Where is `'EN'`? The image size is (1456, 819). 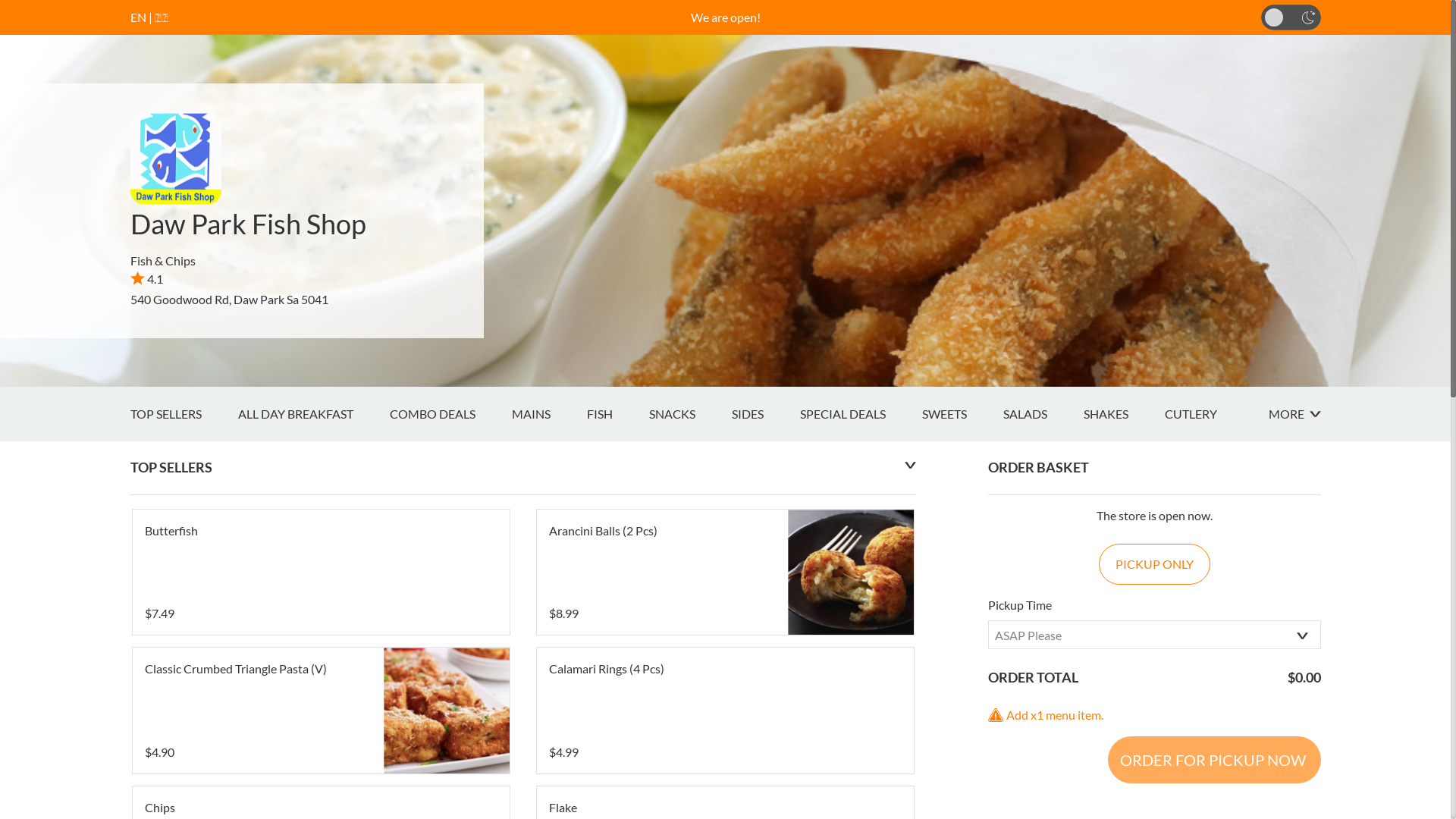 'EN' is located at coordinates (138, 17).